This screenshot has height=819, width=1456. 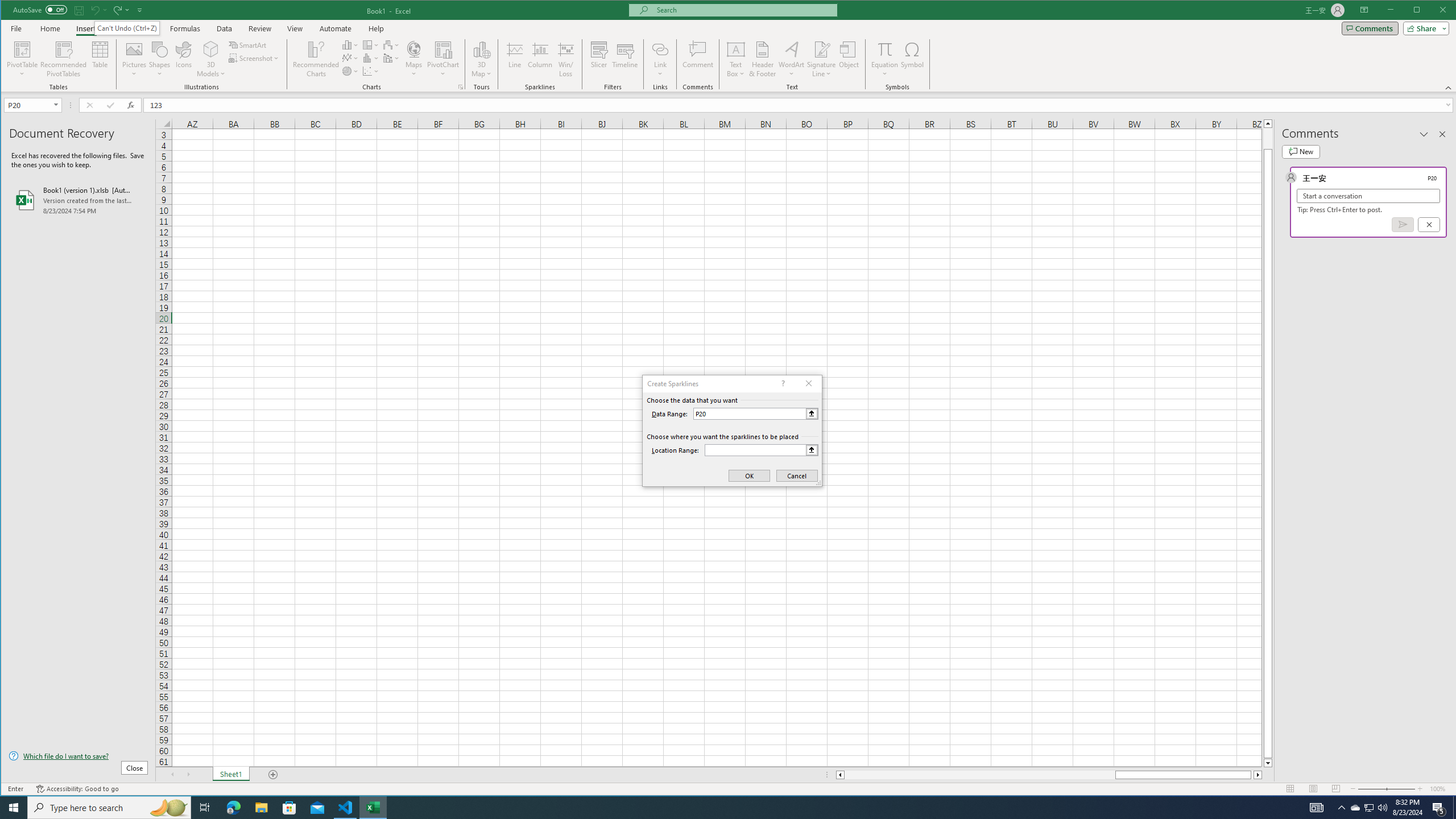 What do you see at coordinates (565, 59) in the screenshot?
I see `'Win/Loss'` at bounding box center [565, 59].